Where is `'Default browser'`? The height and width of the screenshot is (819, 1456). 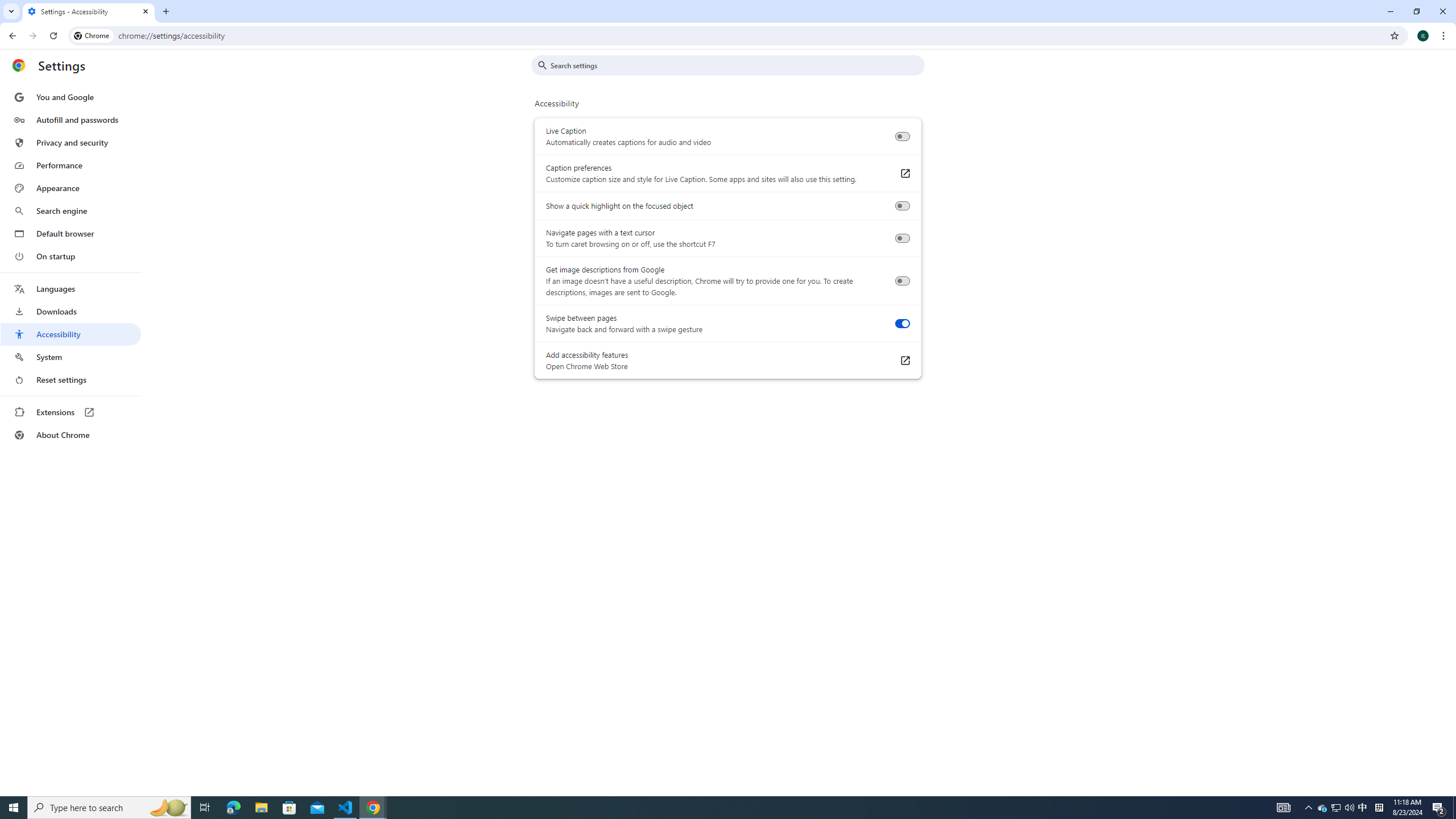 'Default browser' is located at coordinates (70, 233).